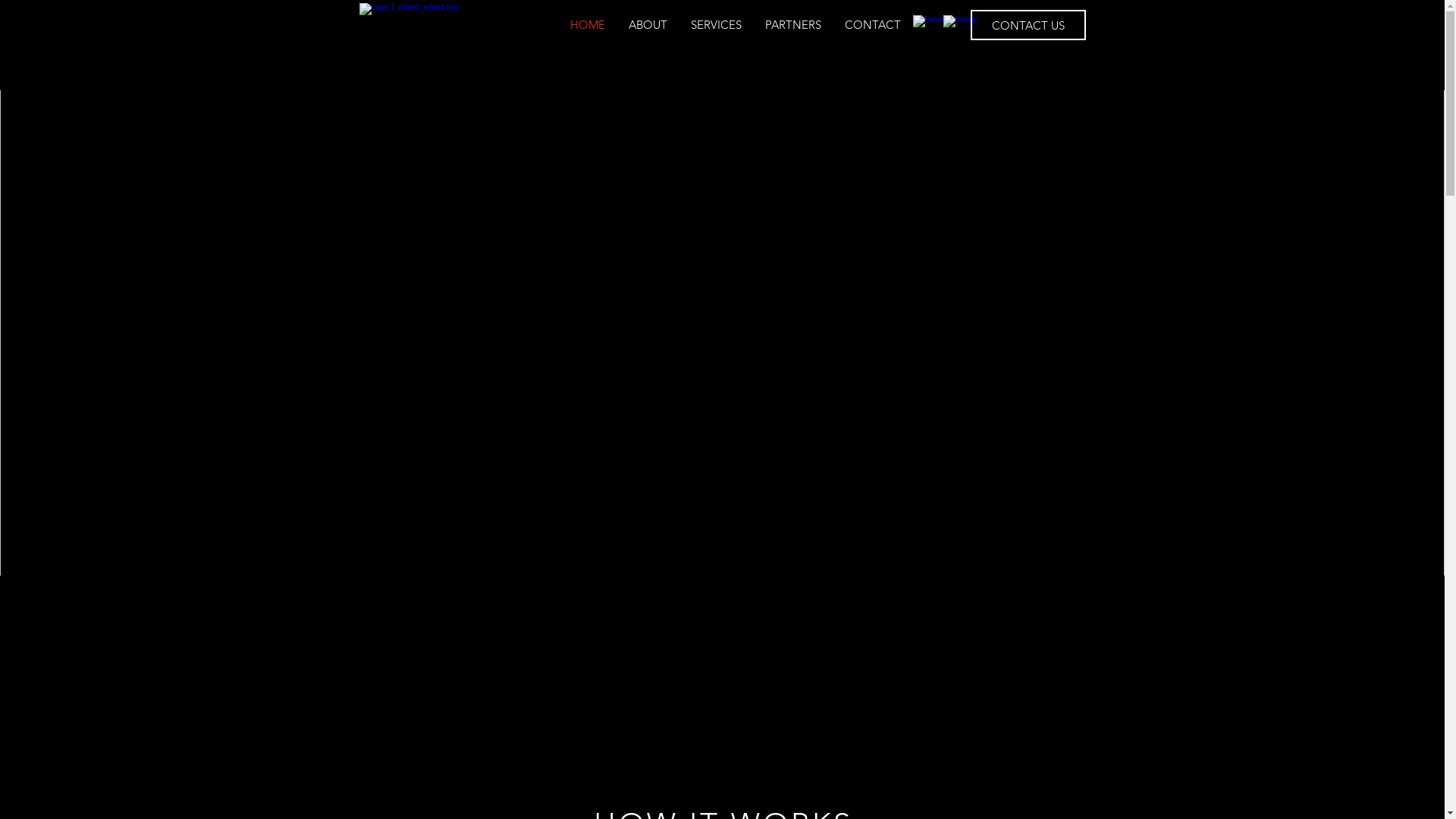  I want to click on 'ABOUT', so click(648, 25).